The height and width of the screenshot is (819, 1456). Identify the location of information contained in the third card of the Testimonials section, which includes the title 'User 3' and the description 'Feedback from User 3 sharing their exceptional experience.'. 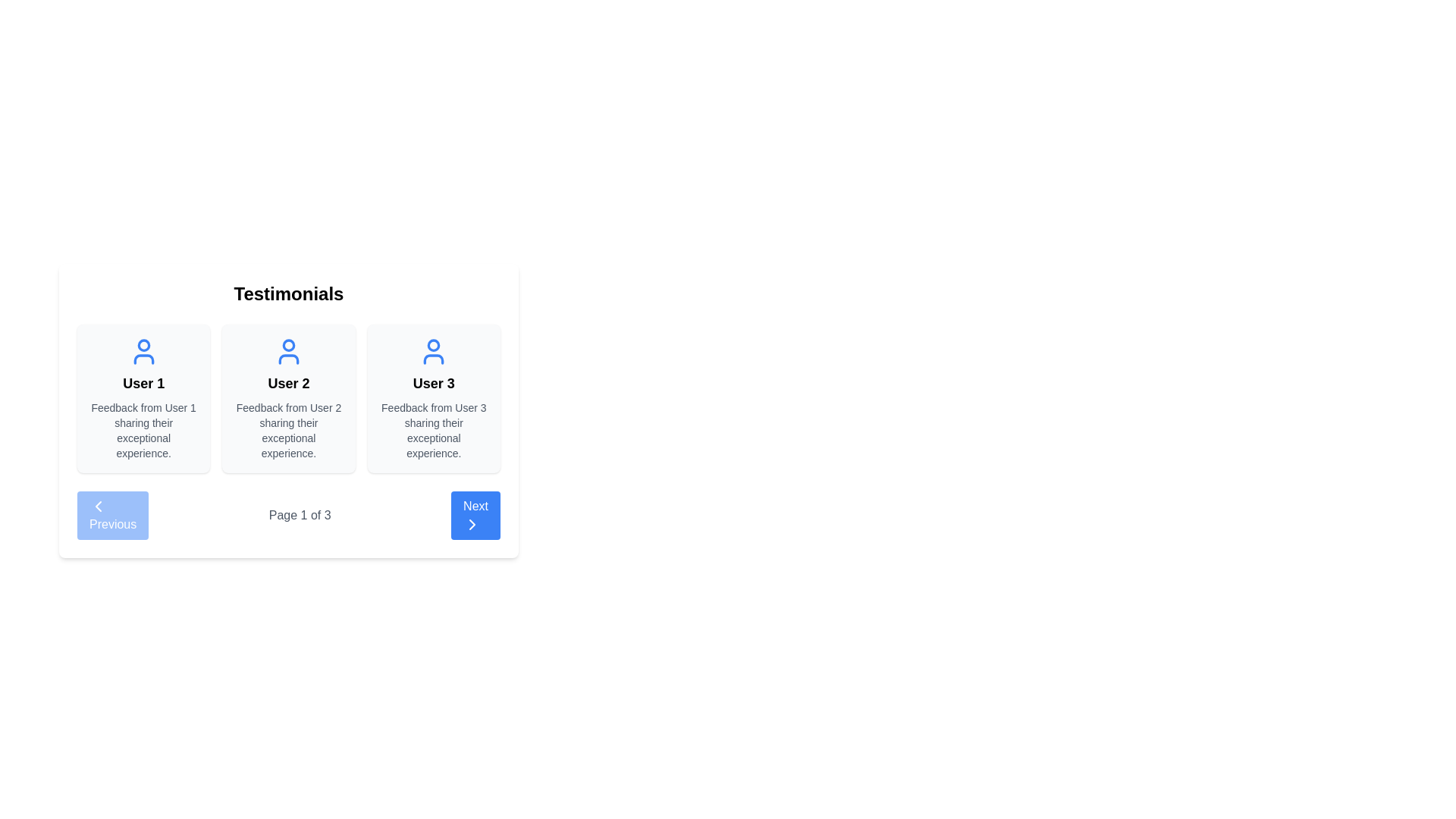
(433, 397).